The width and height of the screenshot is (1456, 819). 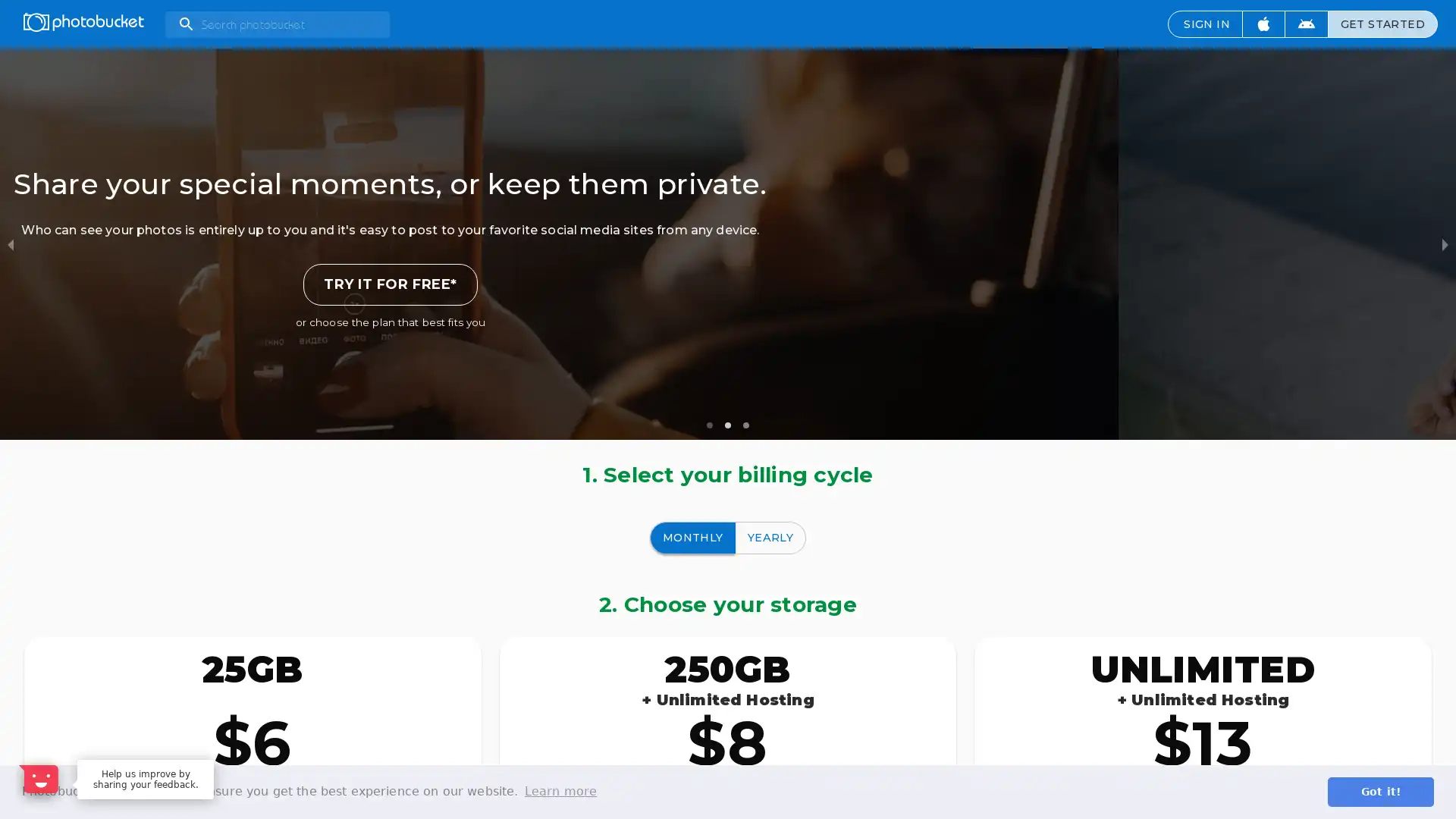 What do you see at coordinates (1237, 759) in the screenshot?
I see `Maybe later` at bounding box center [1237, 759].